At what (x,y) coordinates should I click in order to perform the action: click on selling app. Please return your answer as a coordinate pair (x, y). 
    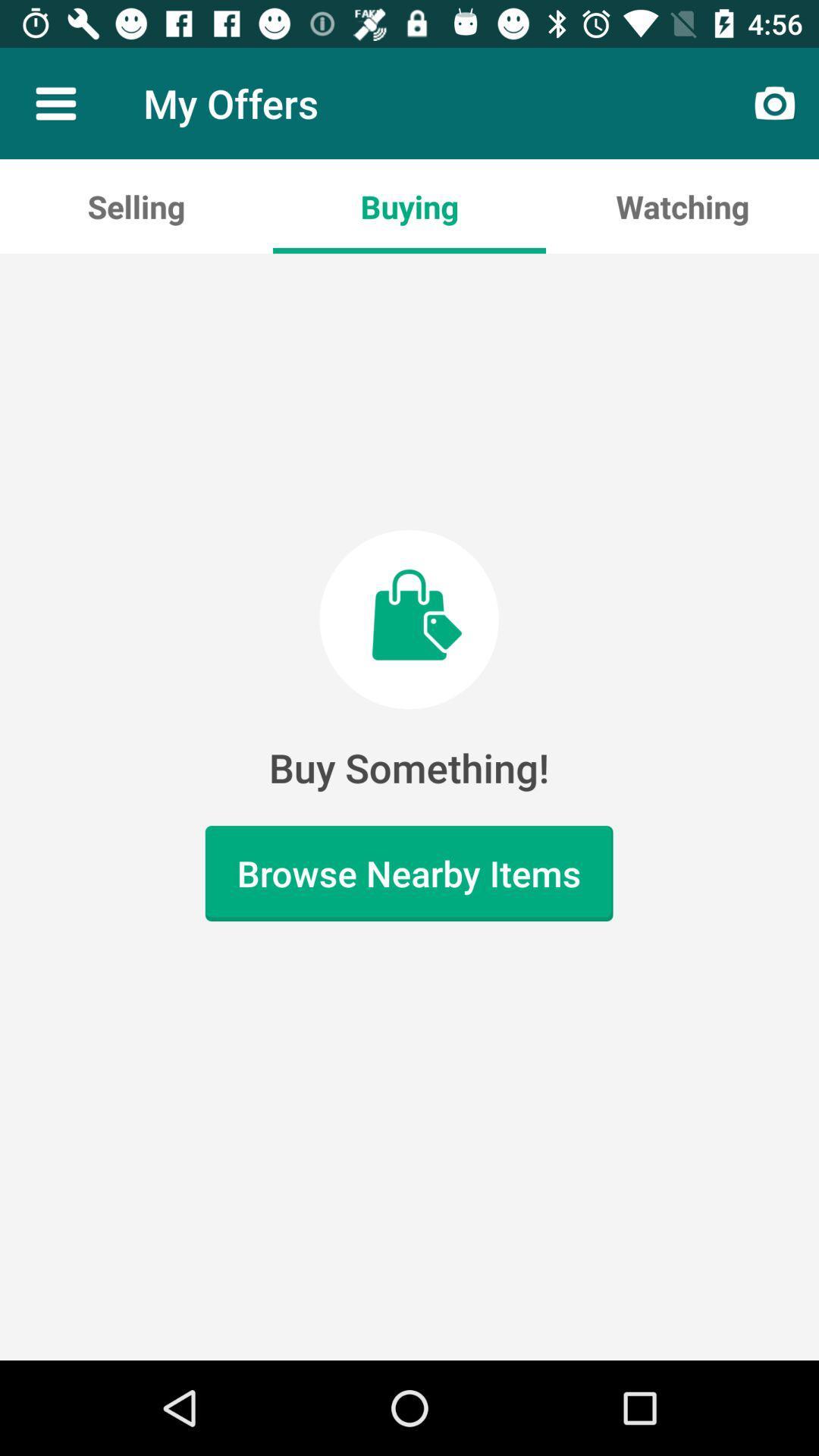
    Looking at the image, I should click on (136, 206).